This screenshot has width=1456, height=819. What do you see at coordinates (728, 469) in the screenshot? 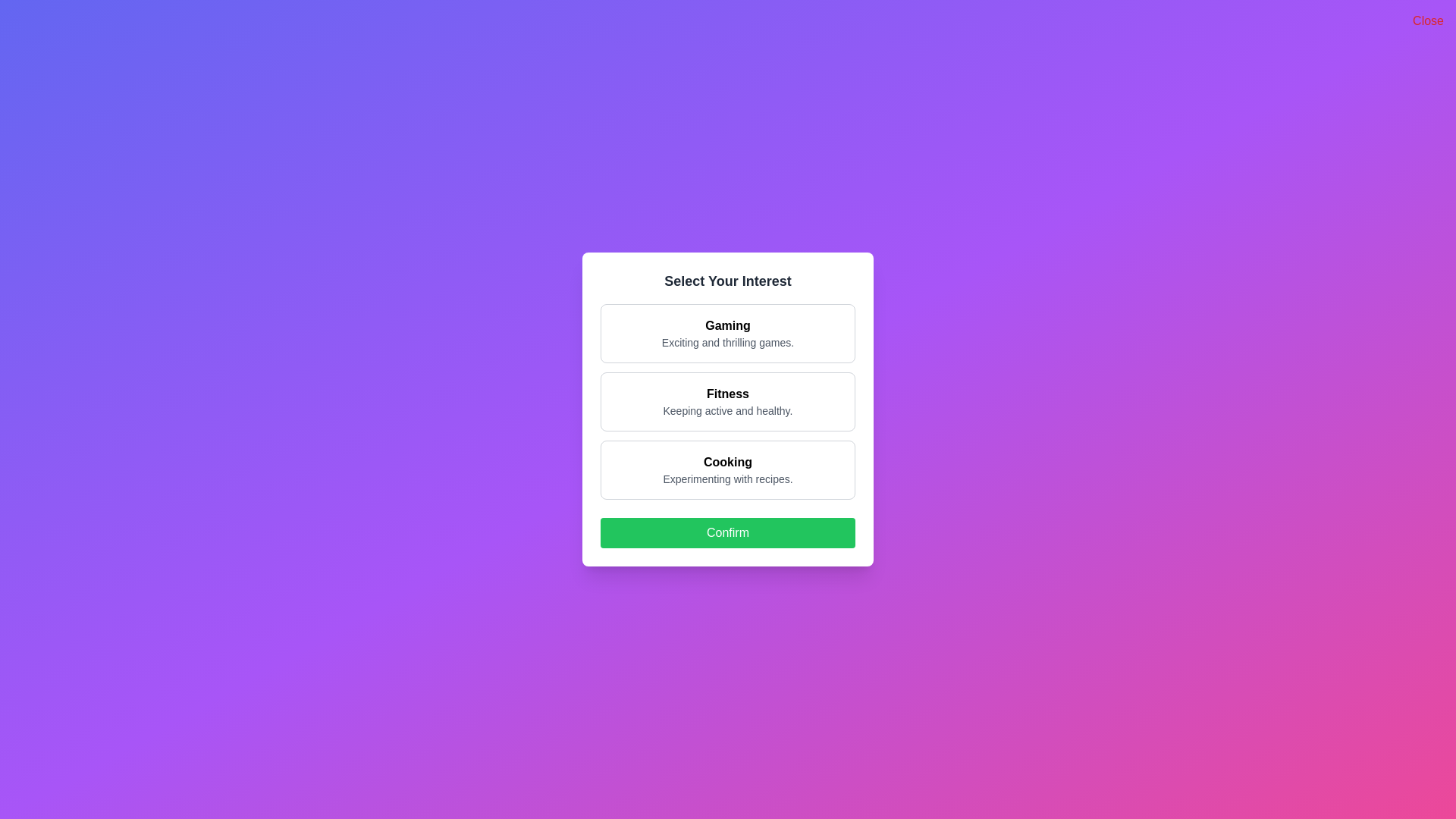
I see `the interest option Cooking to view its hover effect` at bounding box center [728, 469].